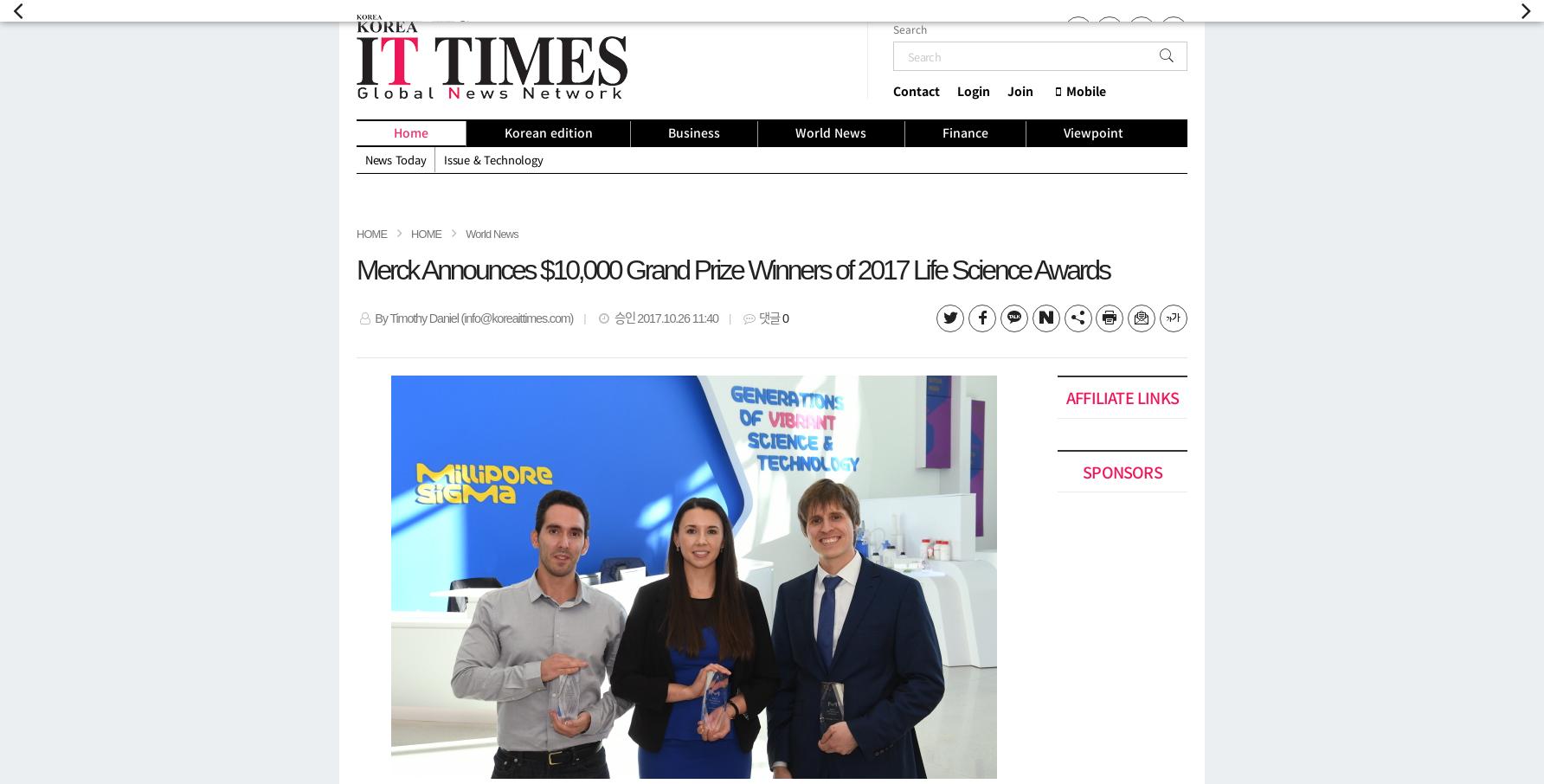 This screenshot has width=1544, height=784. What do you see at coordinates (692, 132) in the screenshot?
I see `'Business'` at bounding box center [692, 132].